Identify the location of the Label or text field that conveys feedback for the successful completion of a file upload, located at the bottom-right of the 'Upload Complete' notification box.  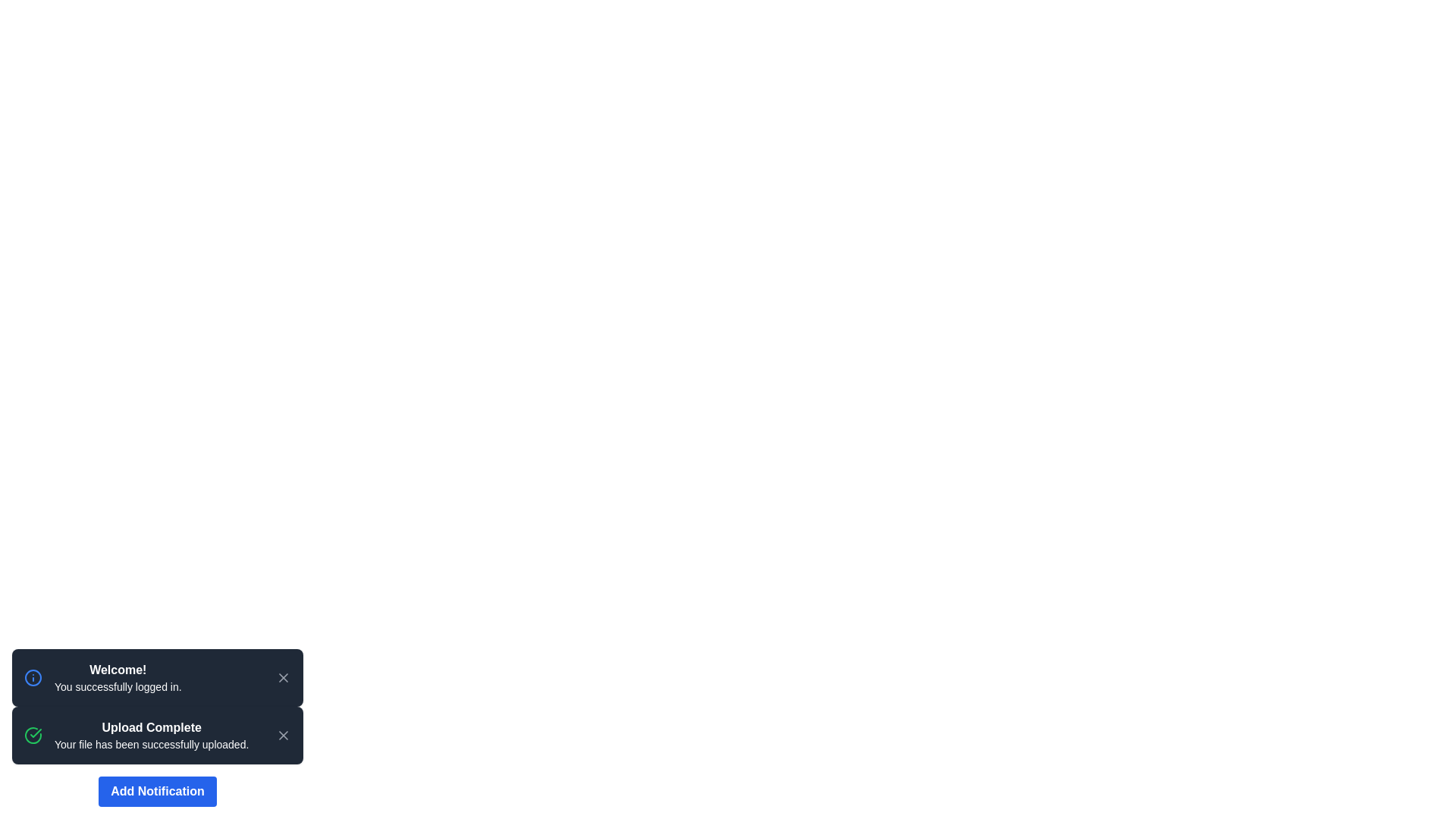
(152, 744).